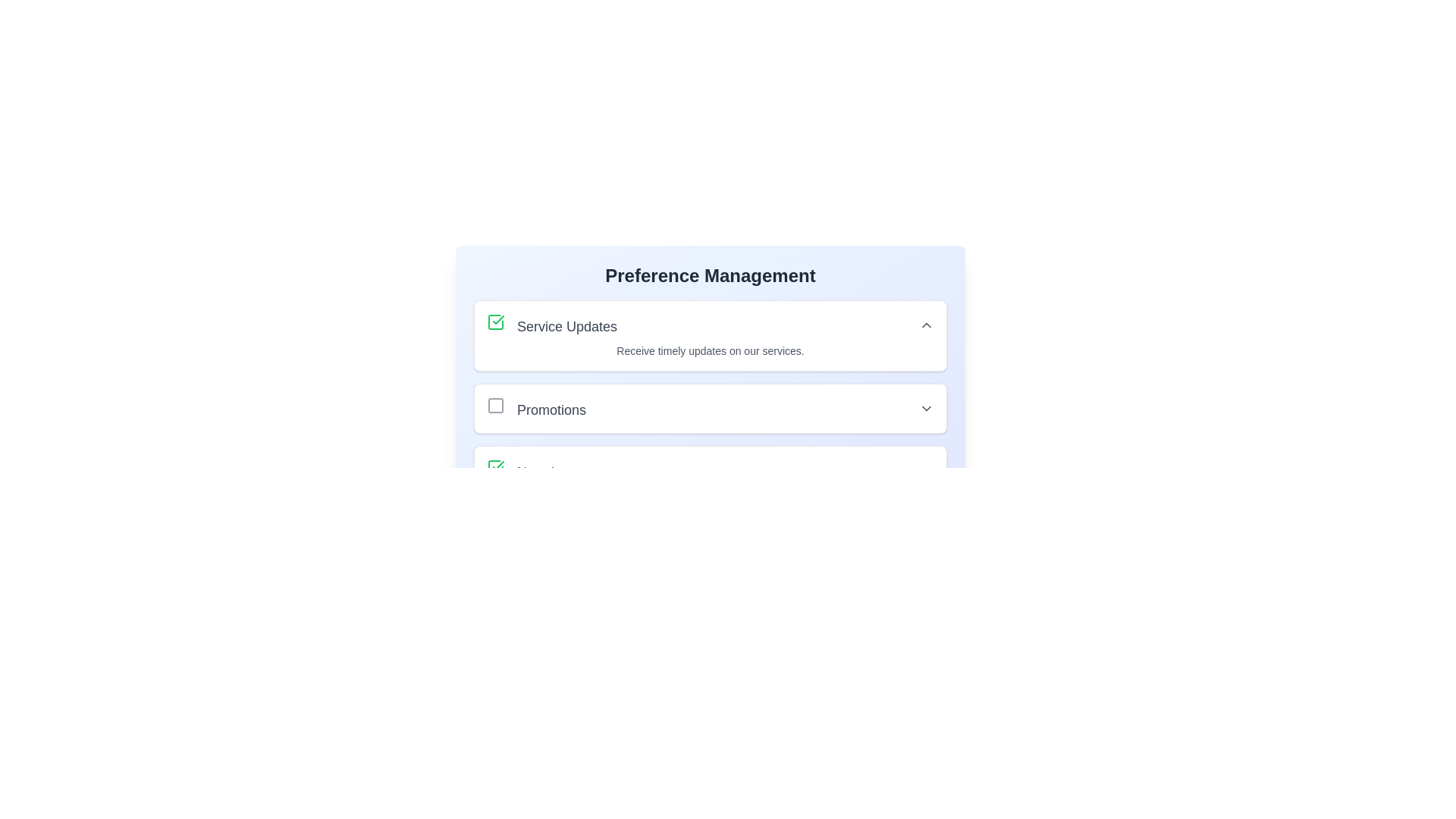 This screenshot has width=1456, height=819. What do you see at coordinates (498, 318) in the screenshot?
I see `the checkmark symbol icon within the SVG for the 'Service Updates' item in the list` at bounding box center [498, 318].